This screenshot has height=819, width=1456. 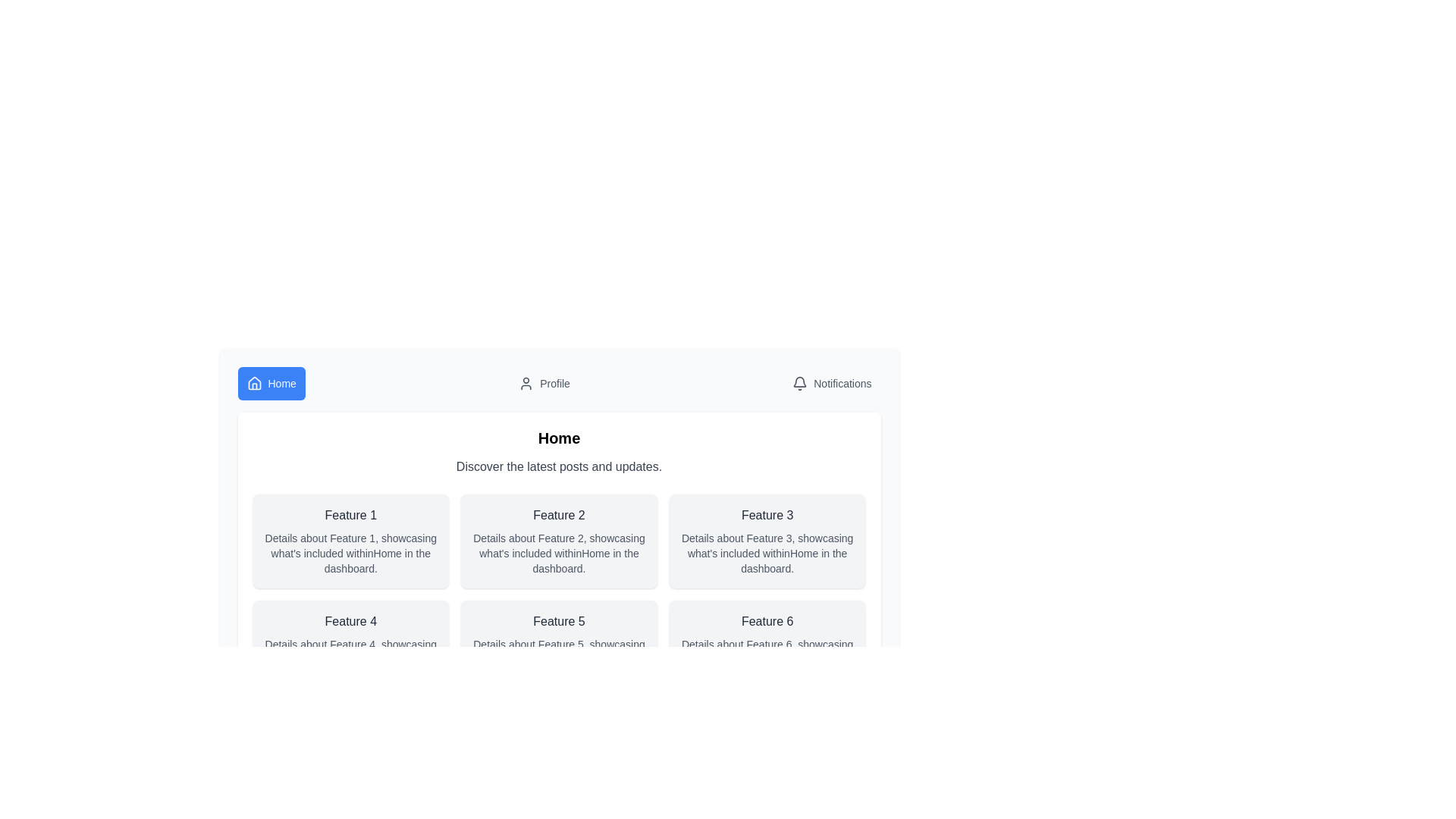 What do you see at coordinates (350, 514) in the screenshot?
I see `text label that displays 'Feature 1', which is styled with a medium-weight font in dark gray color, located at the top of a card layout under the 'Home' header` at bounding box center [350, 514].